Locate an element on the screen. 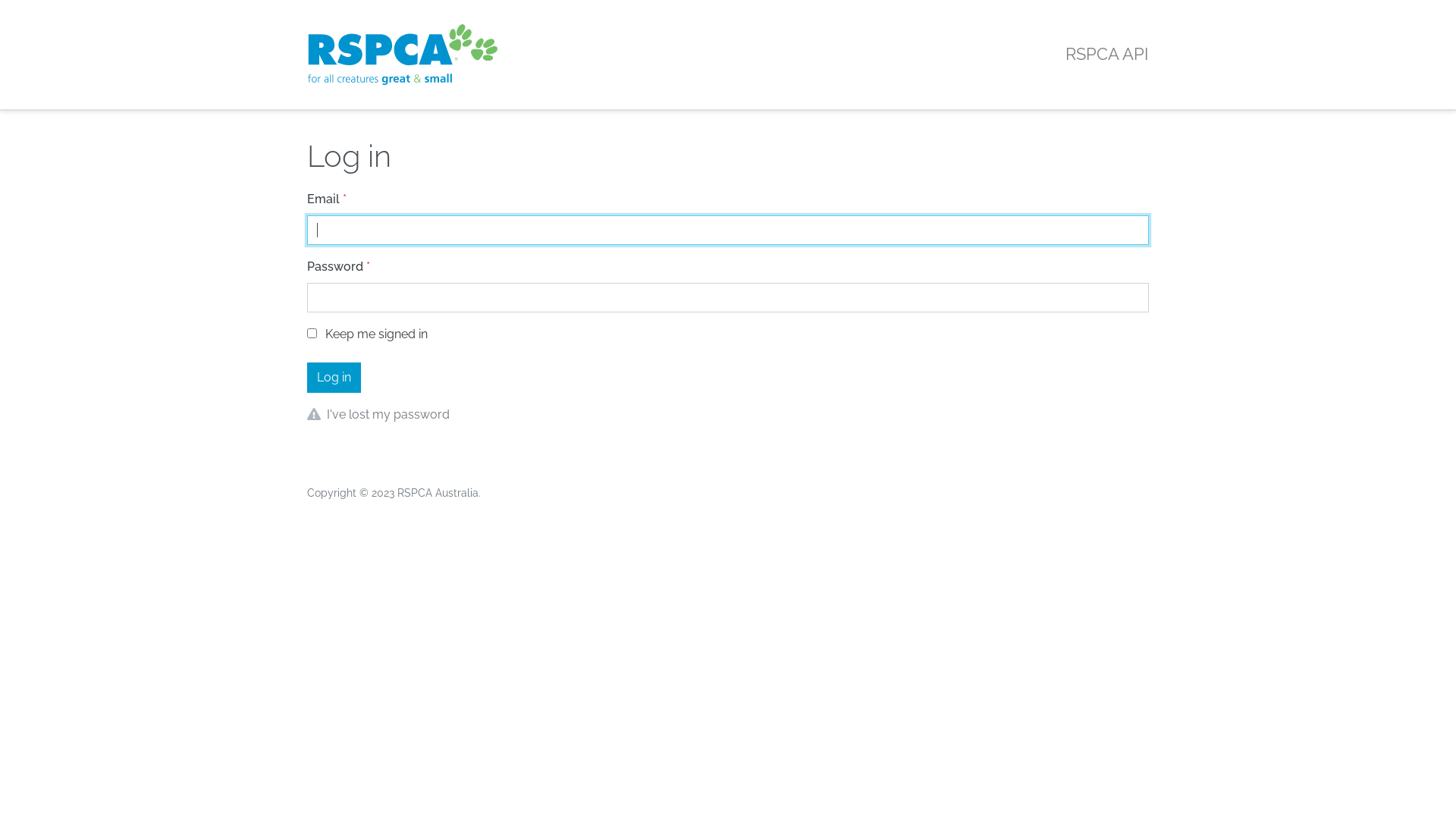 This screenshot has height=819, width=1456. 'I've lost my password' is located at coordinates (326, 414).